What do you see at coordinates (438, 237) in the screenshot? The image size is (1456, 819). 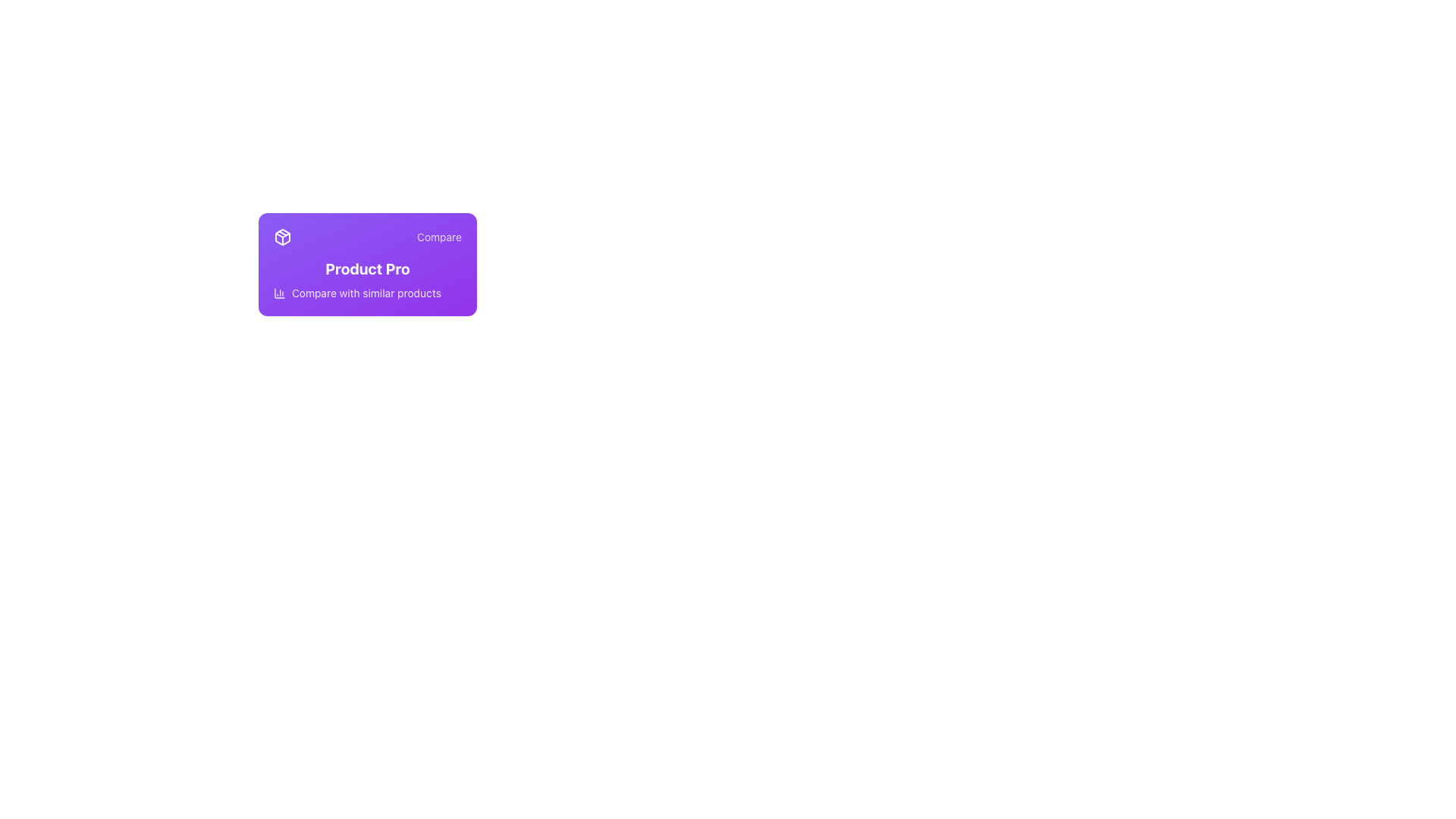 I see `the descriptive text label located at the top-right area of the card-like UI block, which has a white background and purple theme, positioned above the main heading and descriptive text line` at bounding box center [438, 237].